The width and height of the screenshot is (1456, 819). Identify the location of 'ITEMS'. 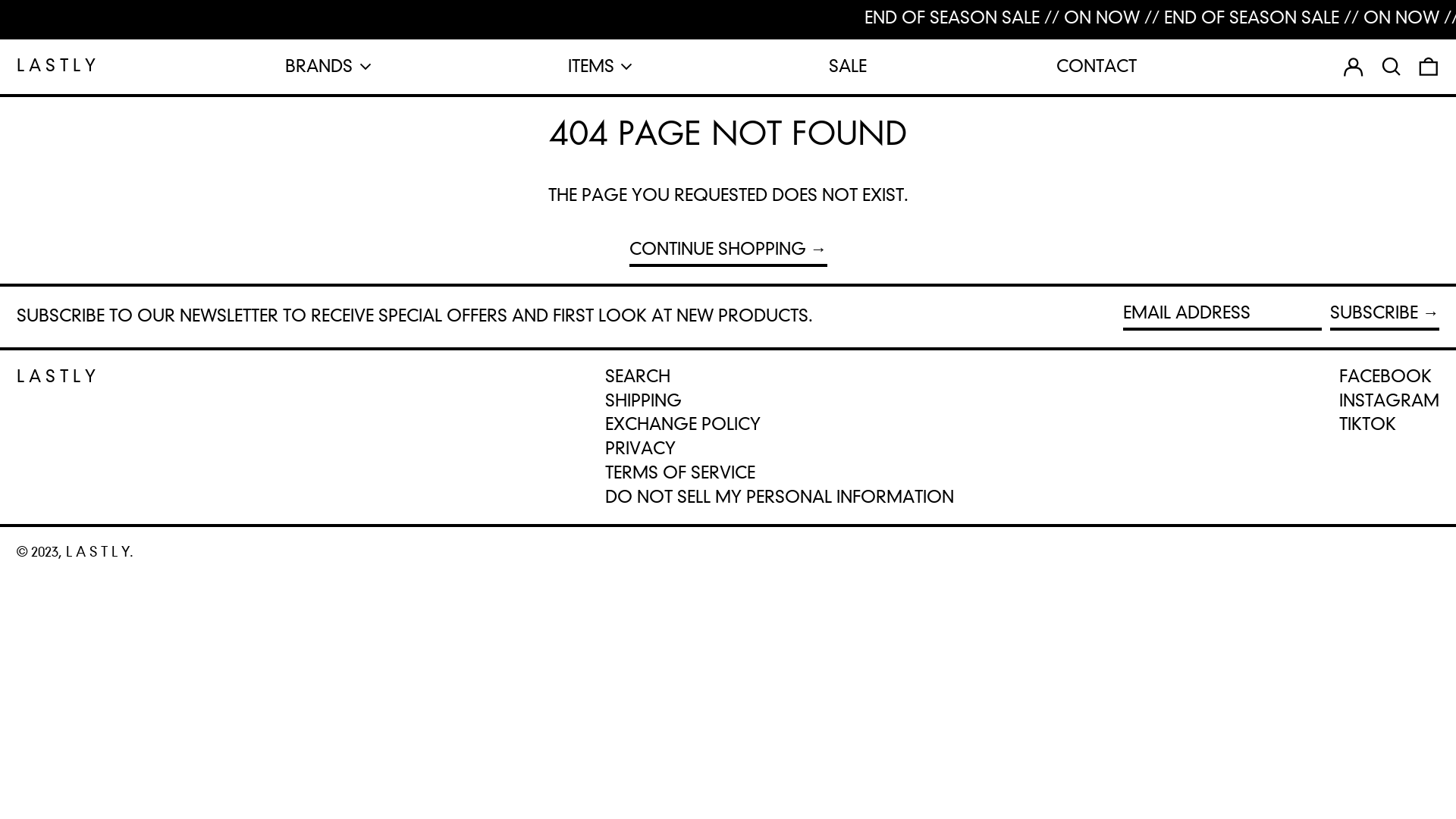
(603, 66).